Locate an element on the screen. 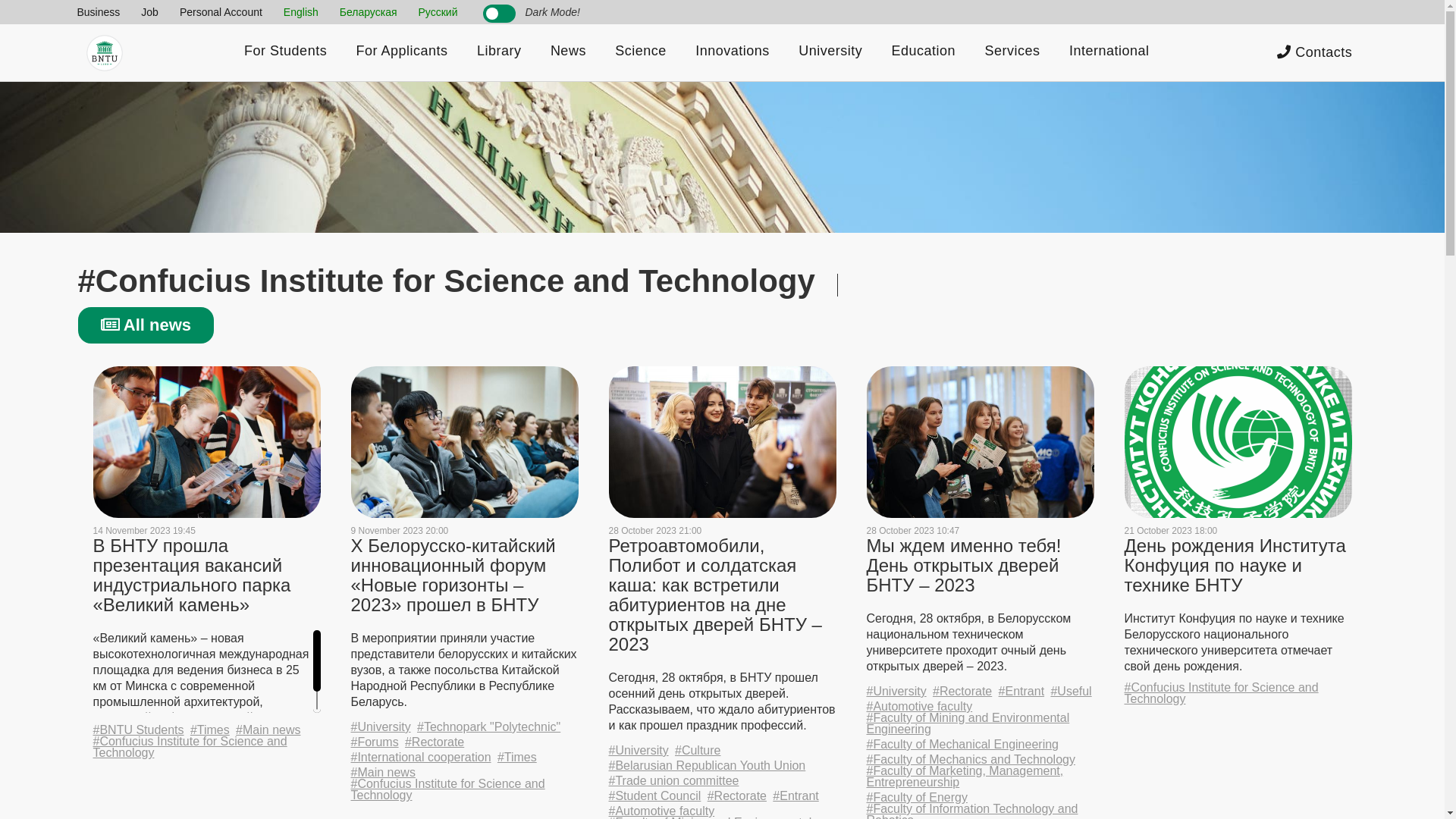 This screenshot has width=1456, height=819. 'English' is located at coordinates (301, 11).